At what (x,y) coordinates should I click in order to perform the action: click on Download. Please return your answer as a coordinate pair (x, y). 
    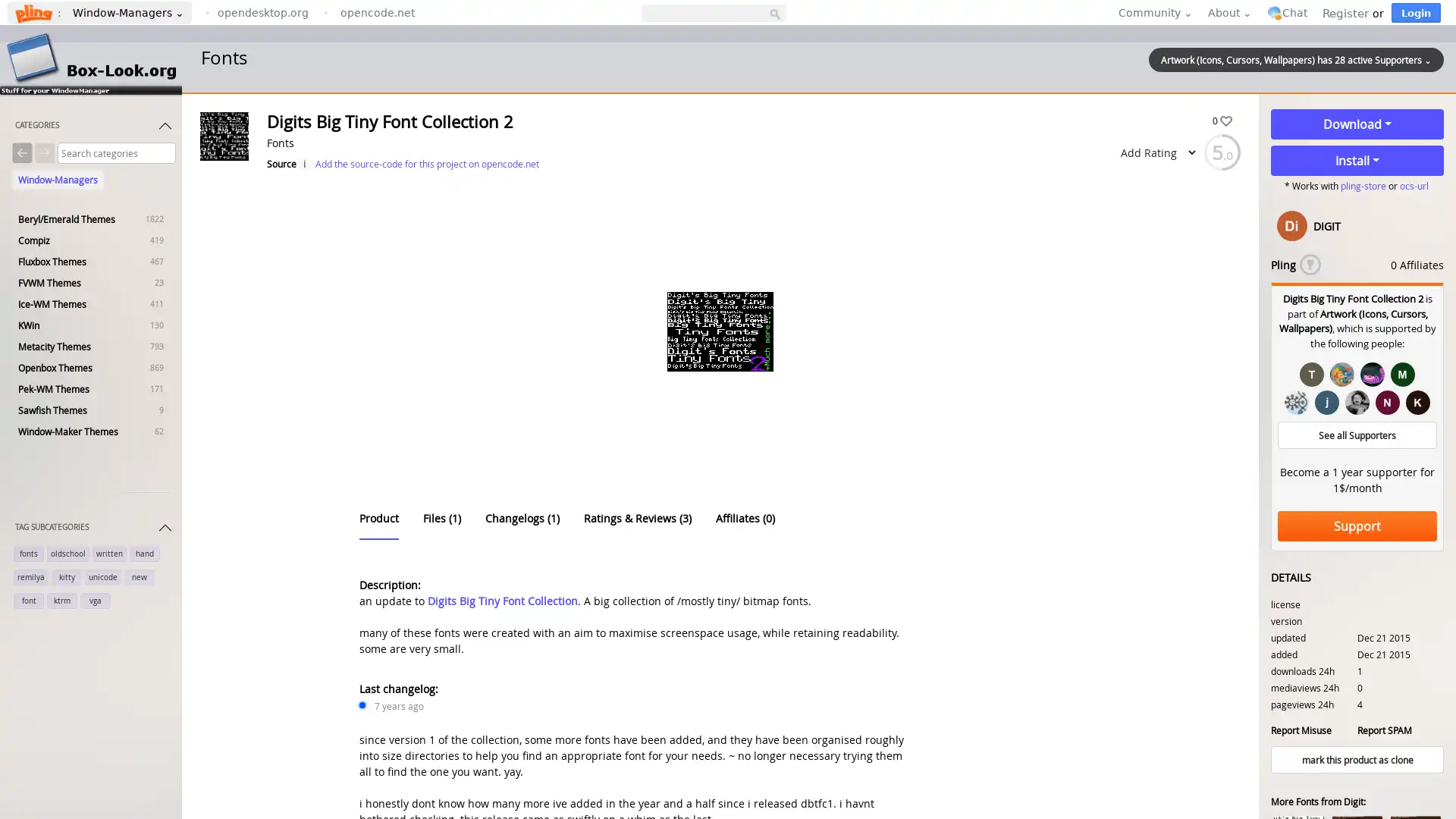
    Looking at the image, I should click on (1357, 124).